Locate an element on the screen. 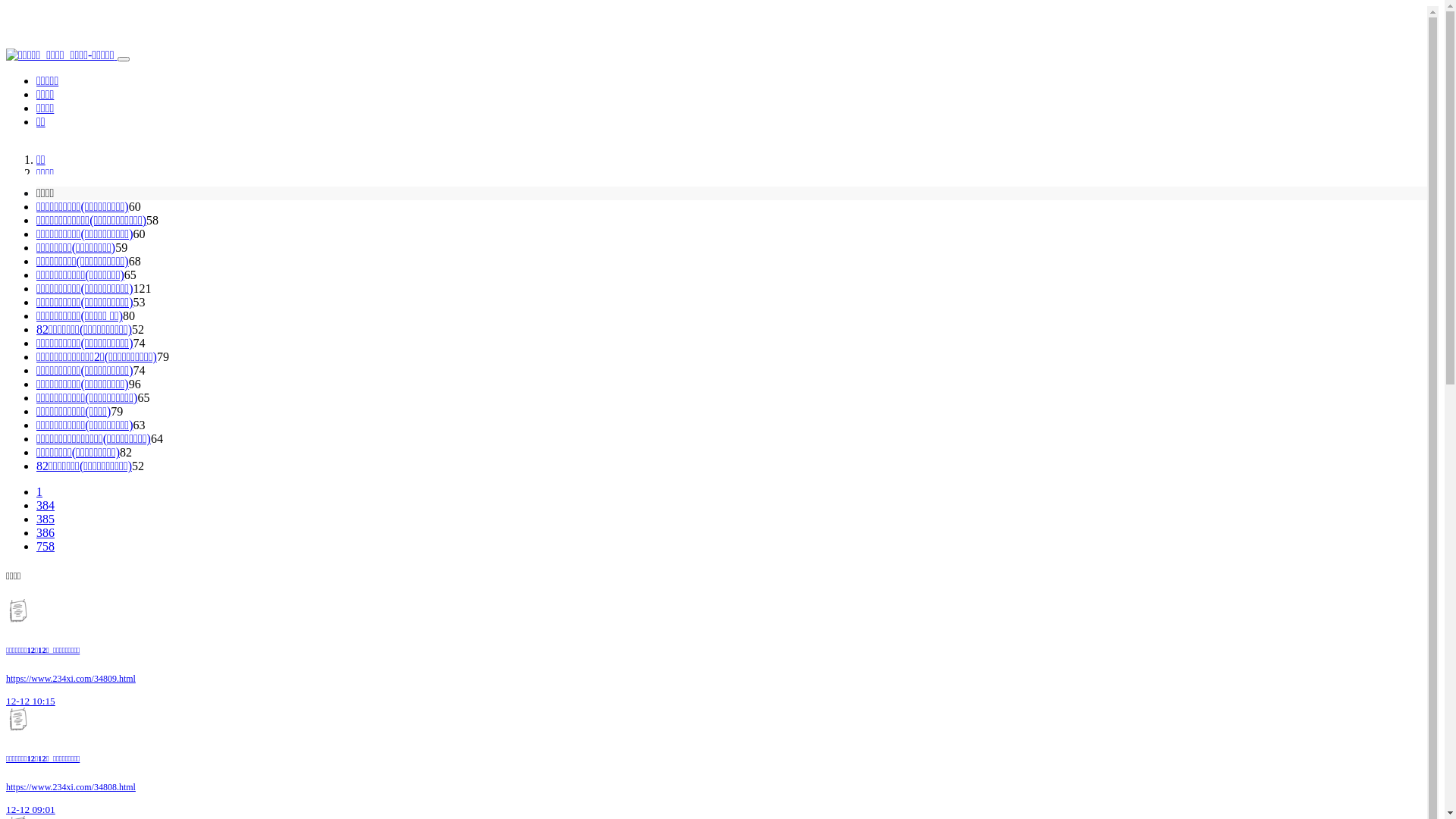 This screenshot has height=819, width=1456. '758' is located at coordinates (45, 546).